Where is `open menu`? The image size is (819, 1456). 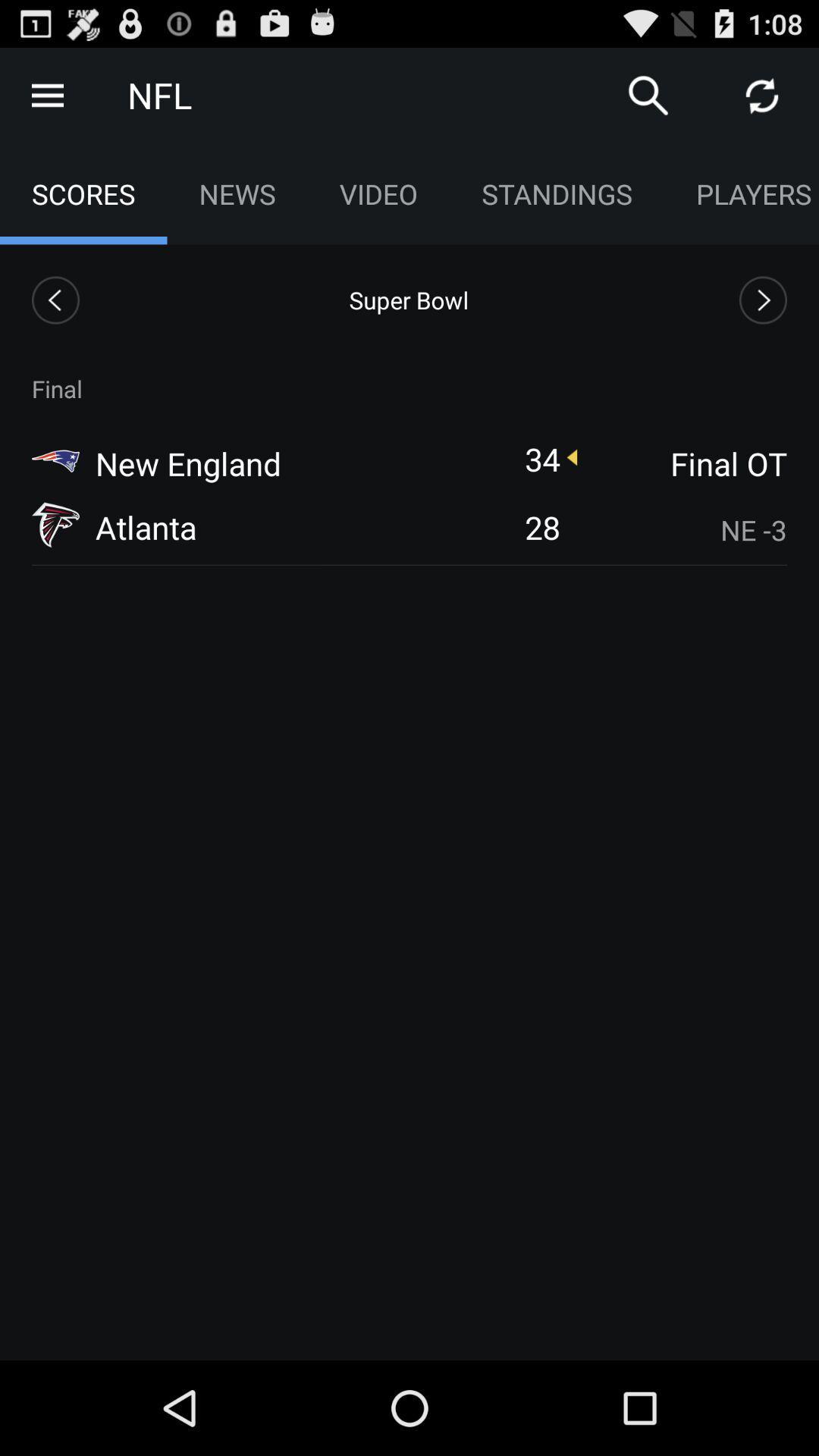
open menu is located at coordinates (46, 94).